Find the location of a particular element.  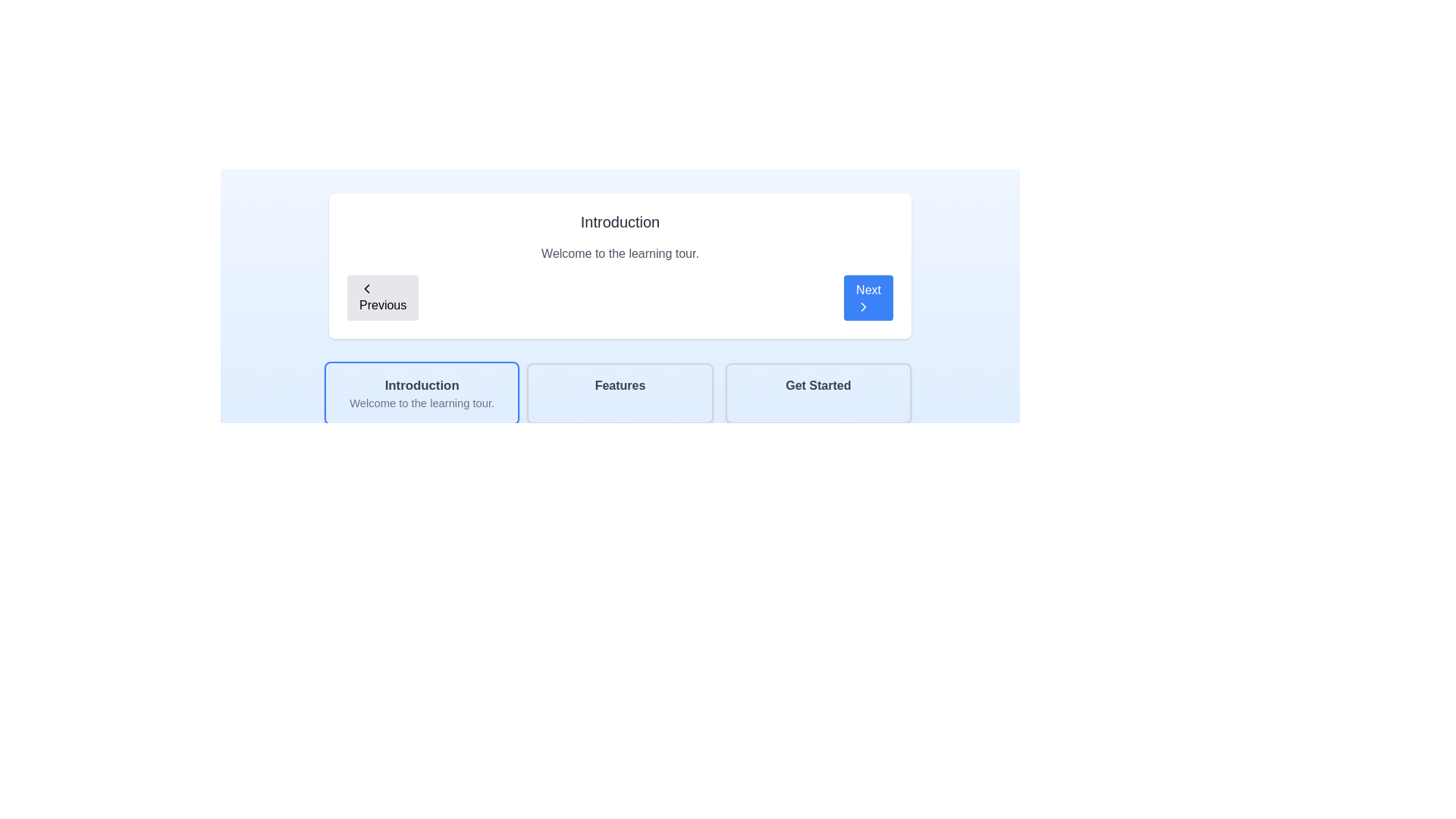

the 'Get Started' label text element, which is a non-interactive label in bold gray font, centrally aligned within a rectangular button at the bottom-right corner of the interface is located at coordinates (817, 385).